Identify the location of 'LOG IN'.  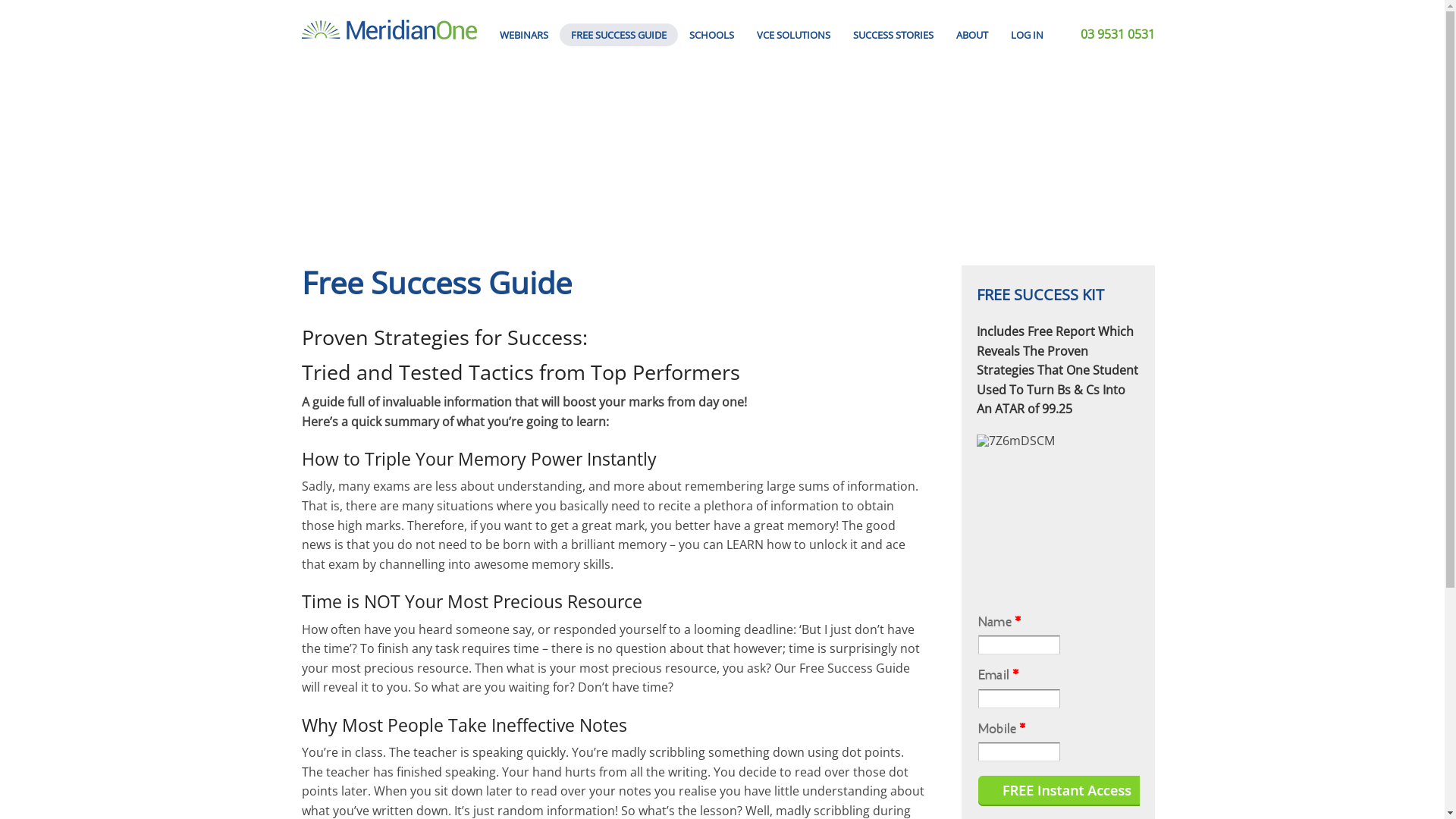
(1027, 34).